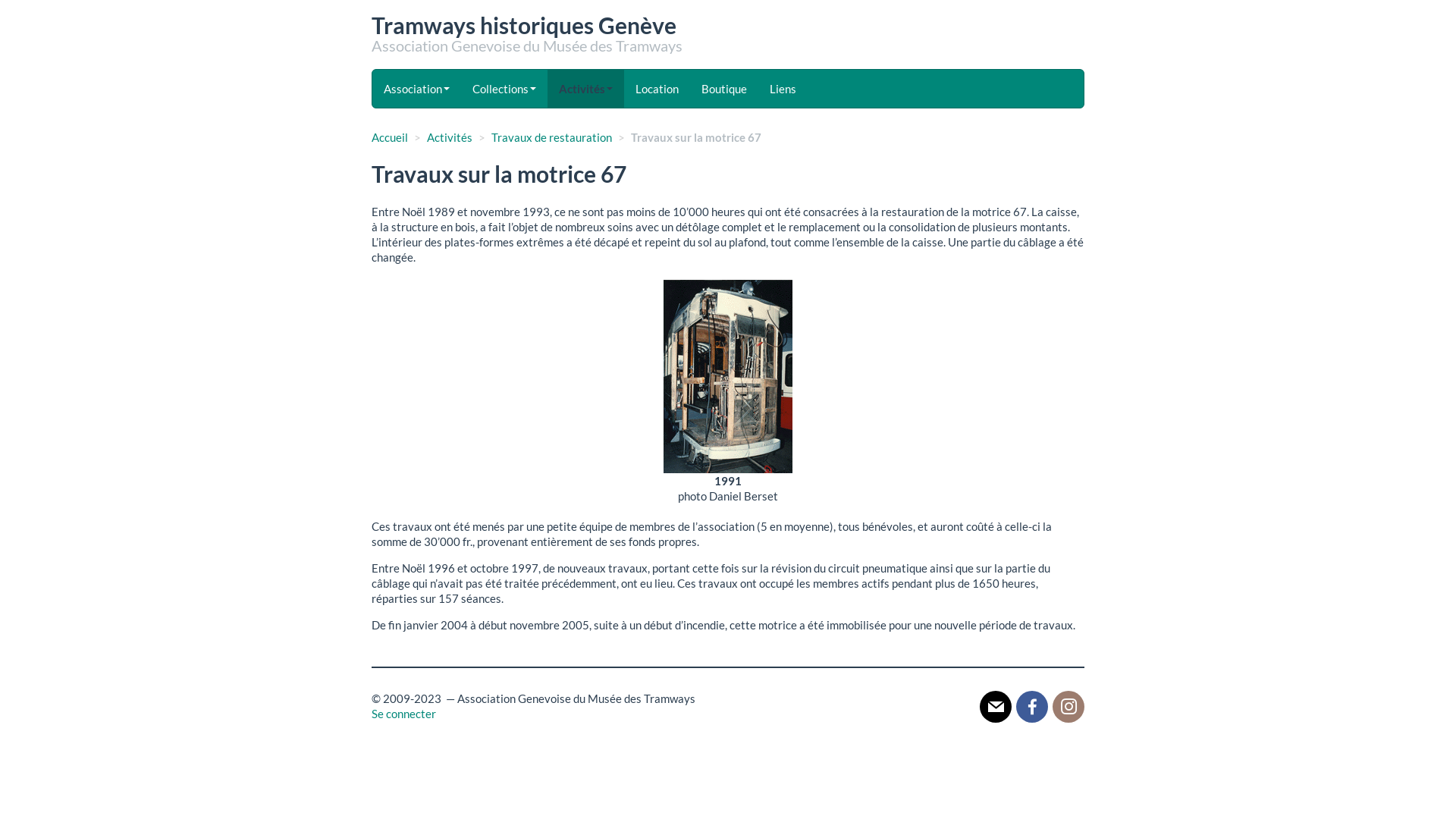 The image size is (1456, 819). Describe the element at coordinates (657, 88) in the screenshot. I see `'Location'` at that location.